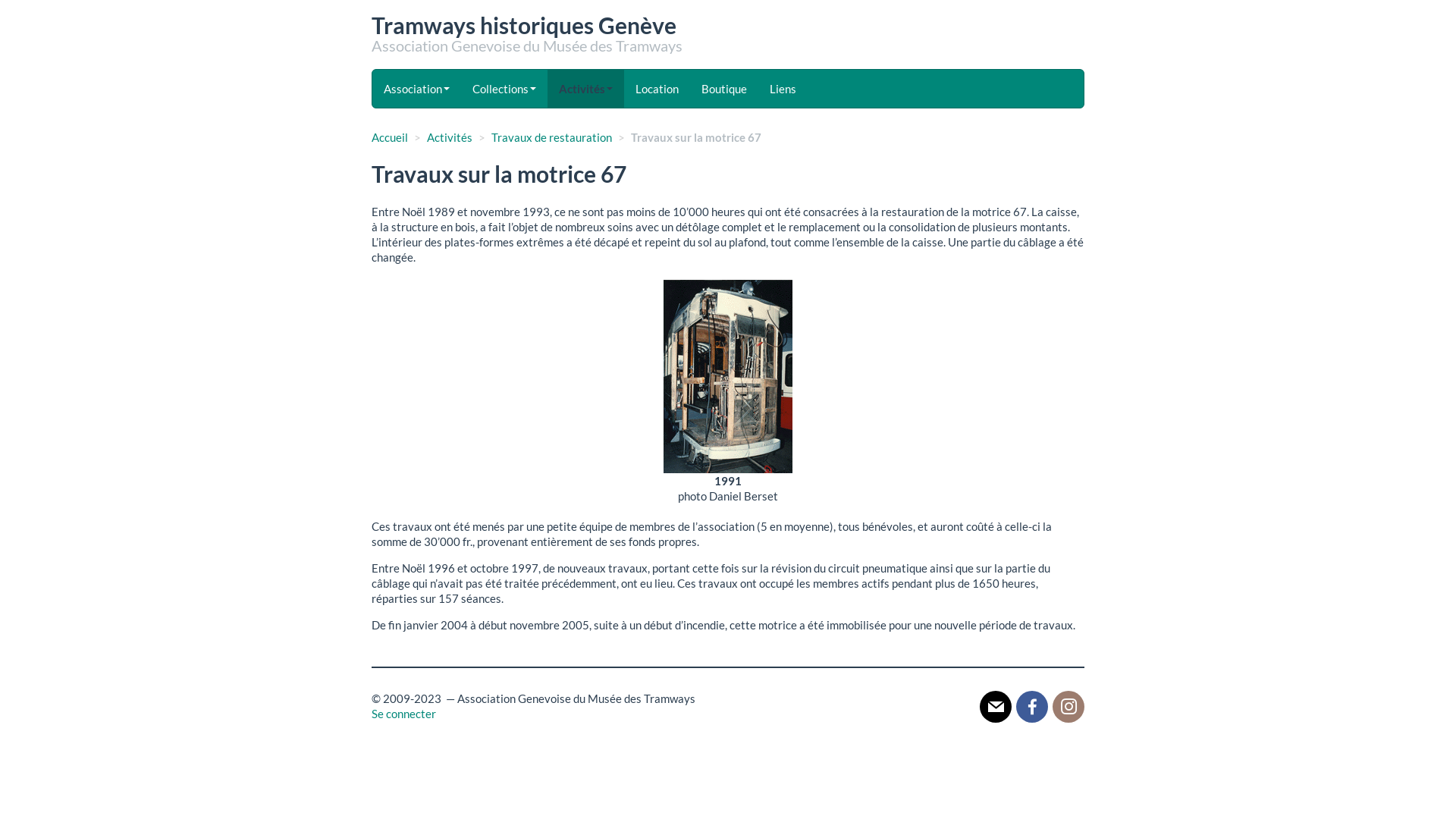 The image size is (1456, 819). Describe the element at coordinates (657, 88) in the screenshot. I see `'Location'` at that location.